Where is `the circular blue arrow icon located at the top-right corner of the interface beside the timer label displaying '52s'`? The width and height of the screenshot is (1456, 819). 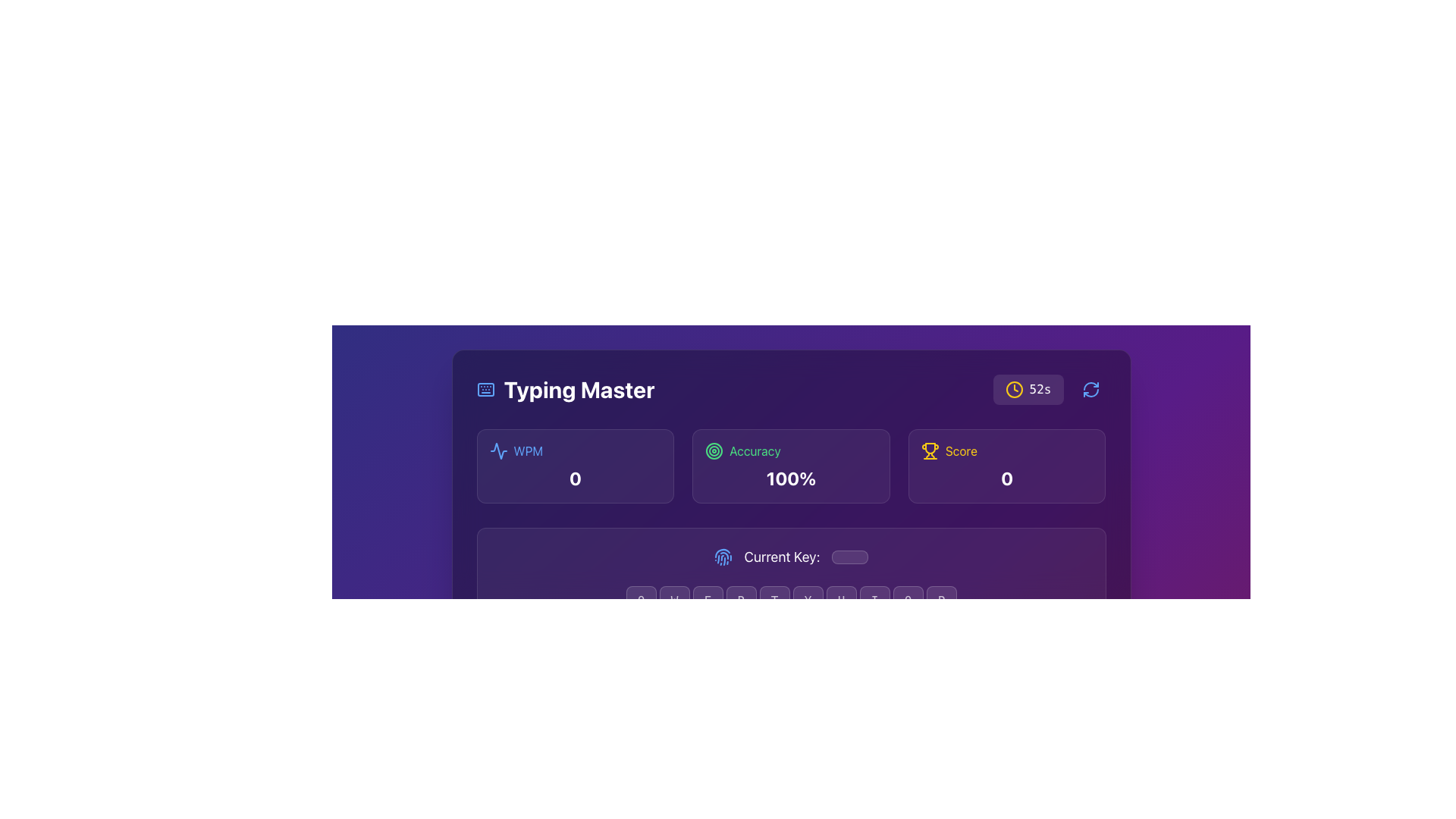
the circular blue arrow icon located at the top-right corner of the interface beside the timer label displaying '52s' is located at coordinates (1090, 388).